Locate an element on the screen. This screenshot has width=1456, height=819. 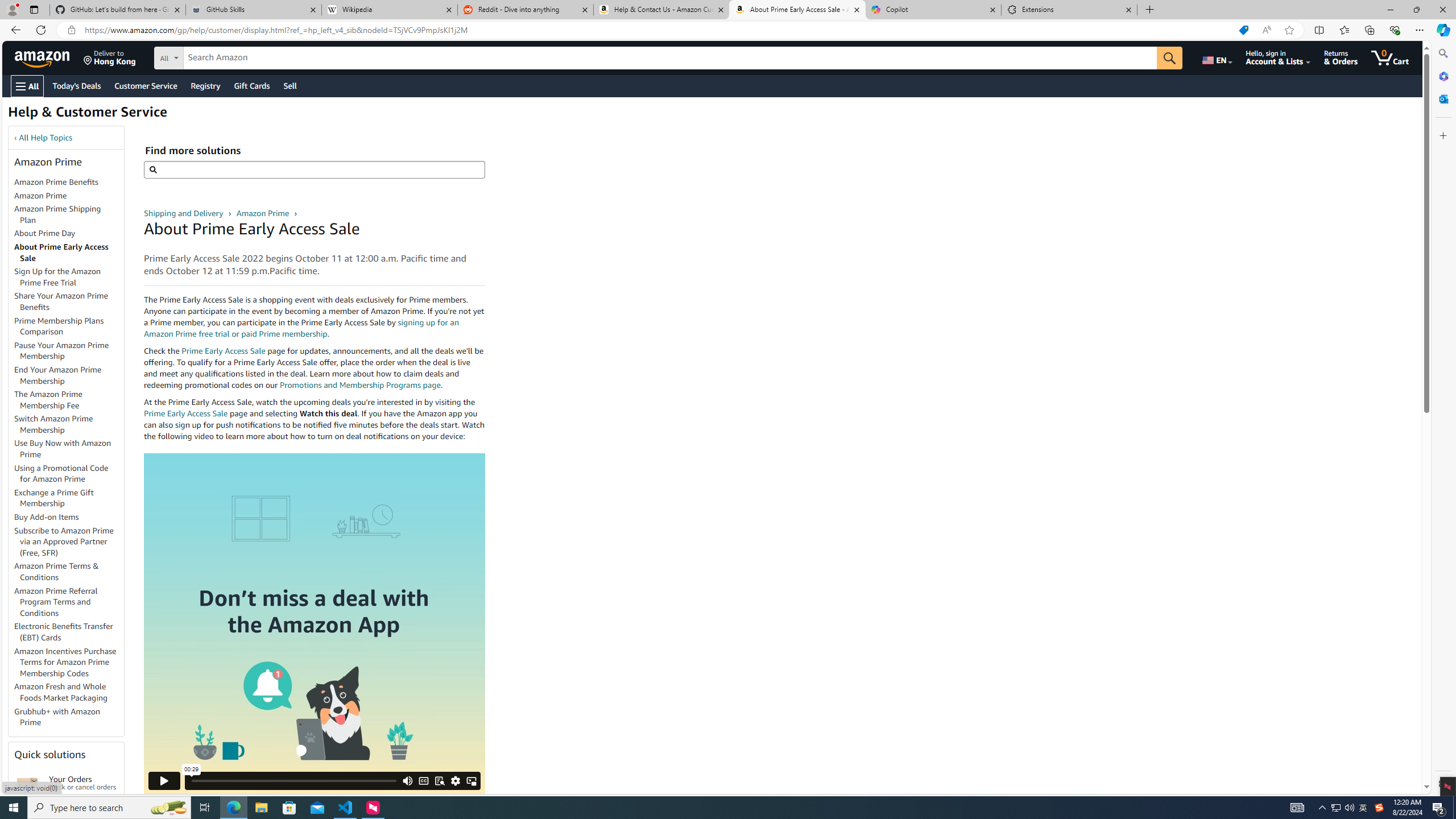
'Amazon Prime Referral Program Terms and Conditions' is located at coordinates (69, 602).